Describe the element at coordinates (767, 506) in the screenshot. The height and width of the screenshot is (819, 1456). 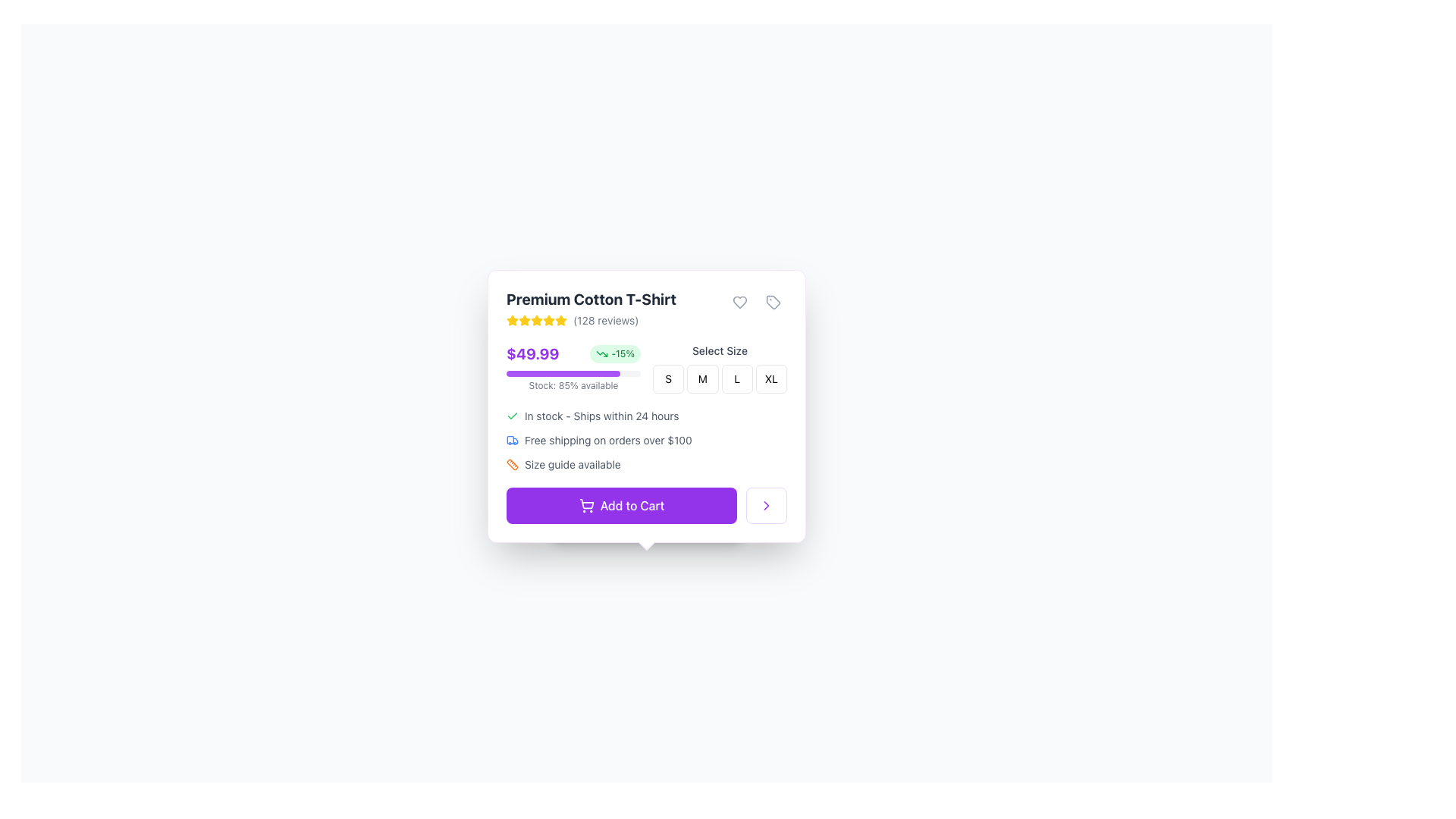
I see `the navigation button located at the far right of the horizontally aligned group, next to the larger purple 'Add to Cart' button` at that location.